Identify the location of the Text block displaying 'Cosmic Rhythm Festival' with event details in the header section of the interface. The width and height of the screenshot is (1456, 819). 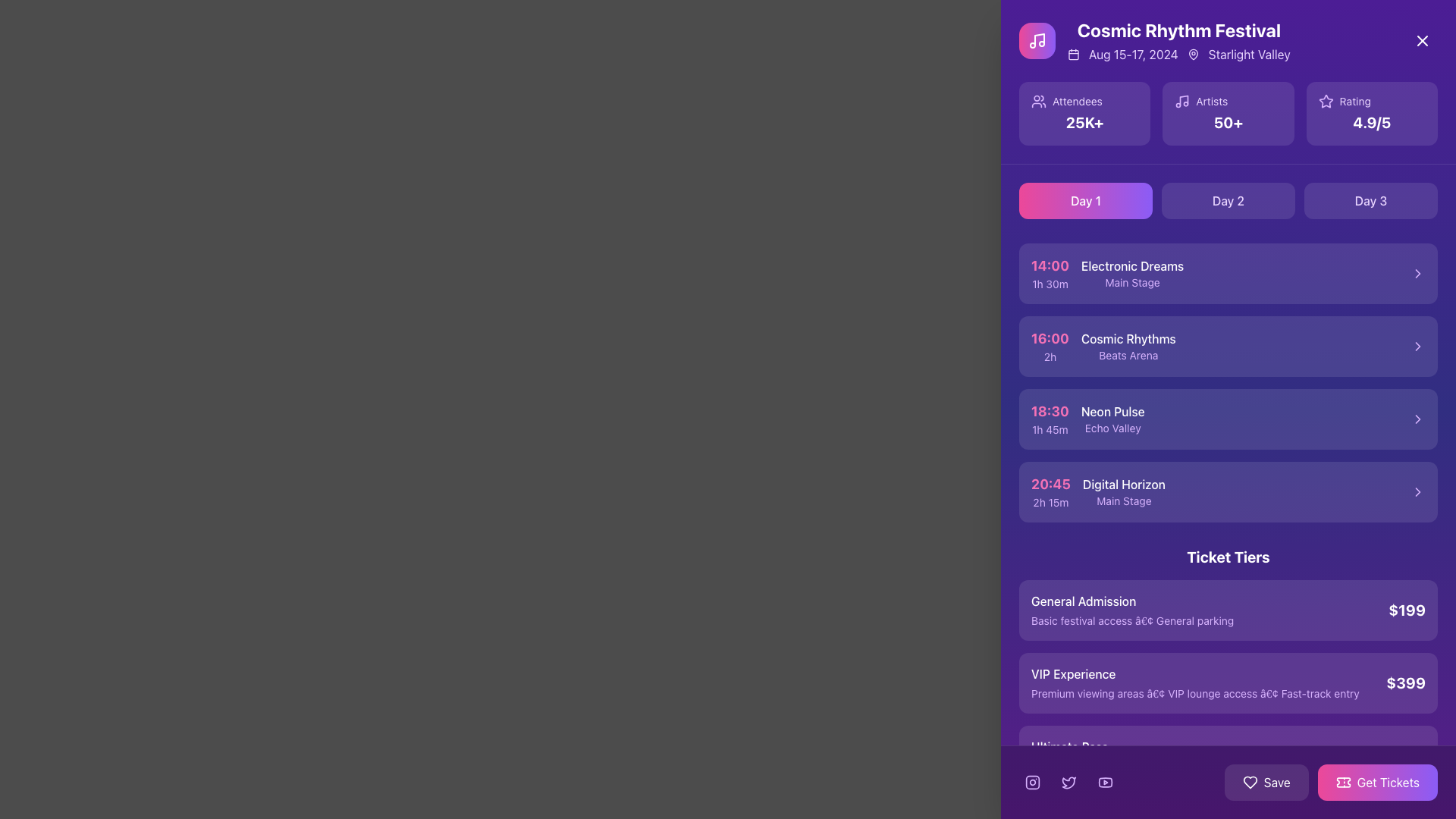
(1178, 40).